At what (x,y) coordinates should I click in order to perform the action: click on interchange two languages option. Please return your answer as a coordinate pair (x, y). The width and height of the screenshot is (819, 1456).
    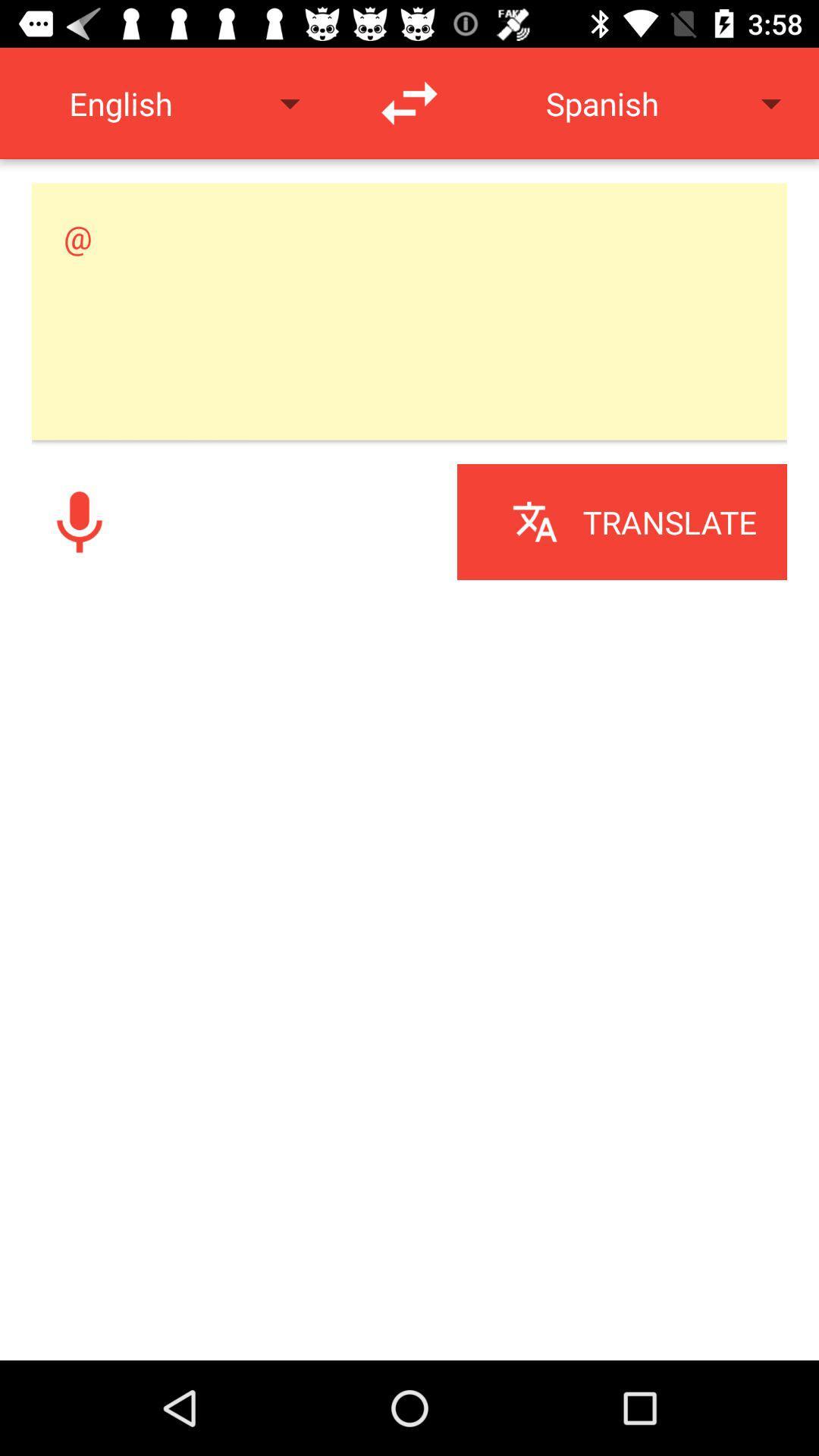
    Looking at the image, I should click on (409, 102).